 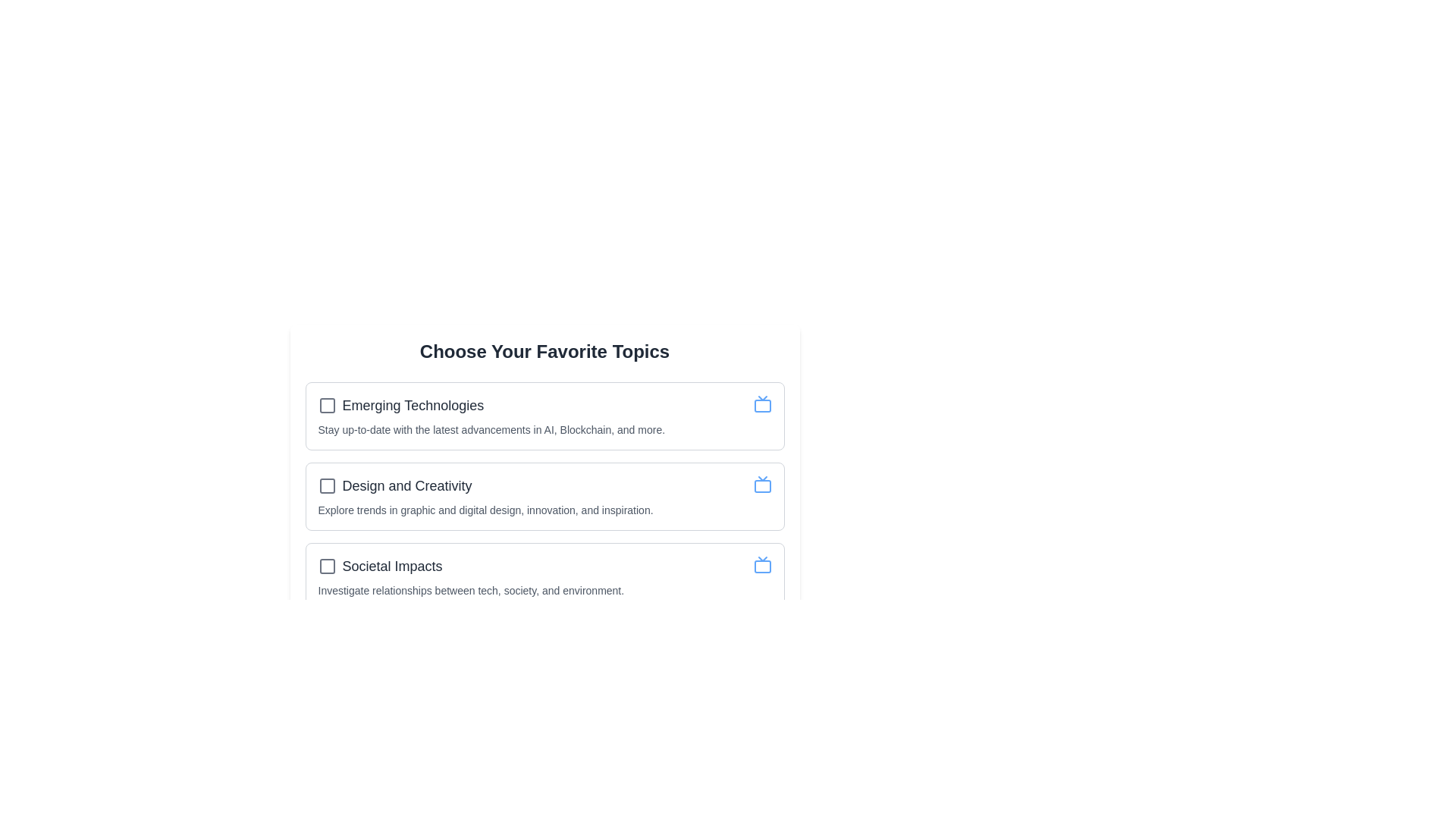 I want to click on the SVG television icon with a blue outline, located next to the 'Societal Impacts' text in the 'Choose Your Favorite Topics' section, so click(x=762, y=564).